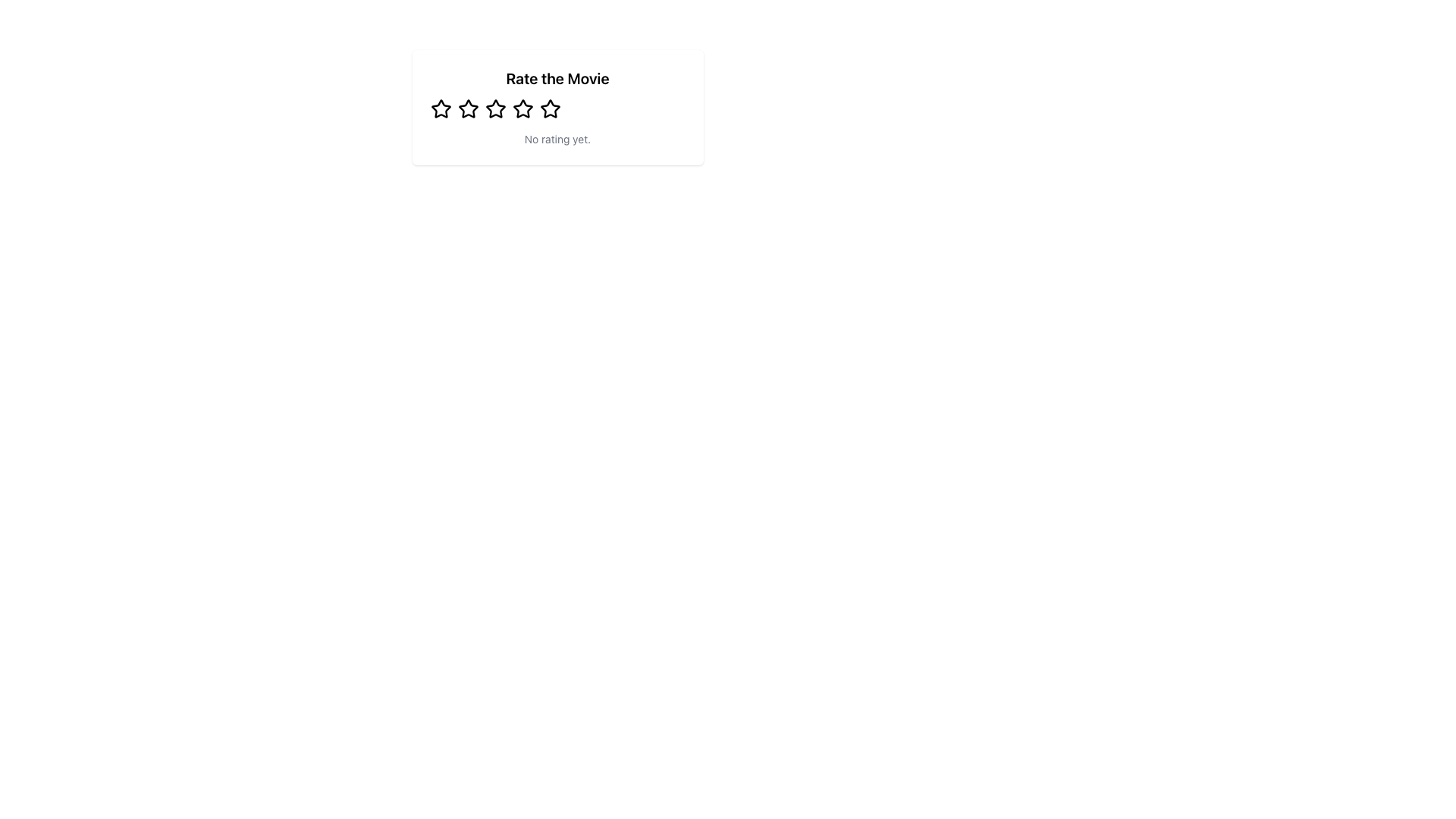 The width and height of the screenshot is (1456, 819). Describe the element at coordinates (467, 108) in the screenshot. I see `the second star icon in the rating component, which is styled with a black outline and no fill, located beneath the 'Rate the Movie' label` at that location.